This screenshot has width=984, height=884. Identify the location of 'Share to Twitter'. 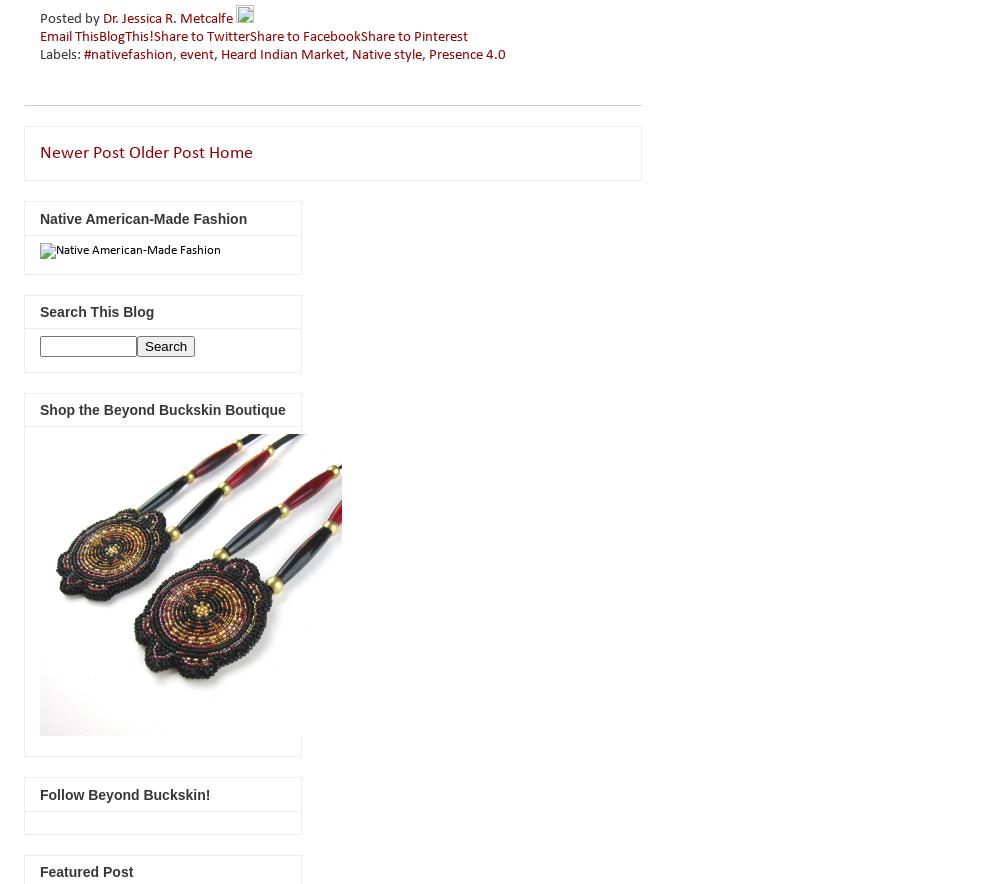
(202, 37).